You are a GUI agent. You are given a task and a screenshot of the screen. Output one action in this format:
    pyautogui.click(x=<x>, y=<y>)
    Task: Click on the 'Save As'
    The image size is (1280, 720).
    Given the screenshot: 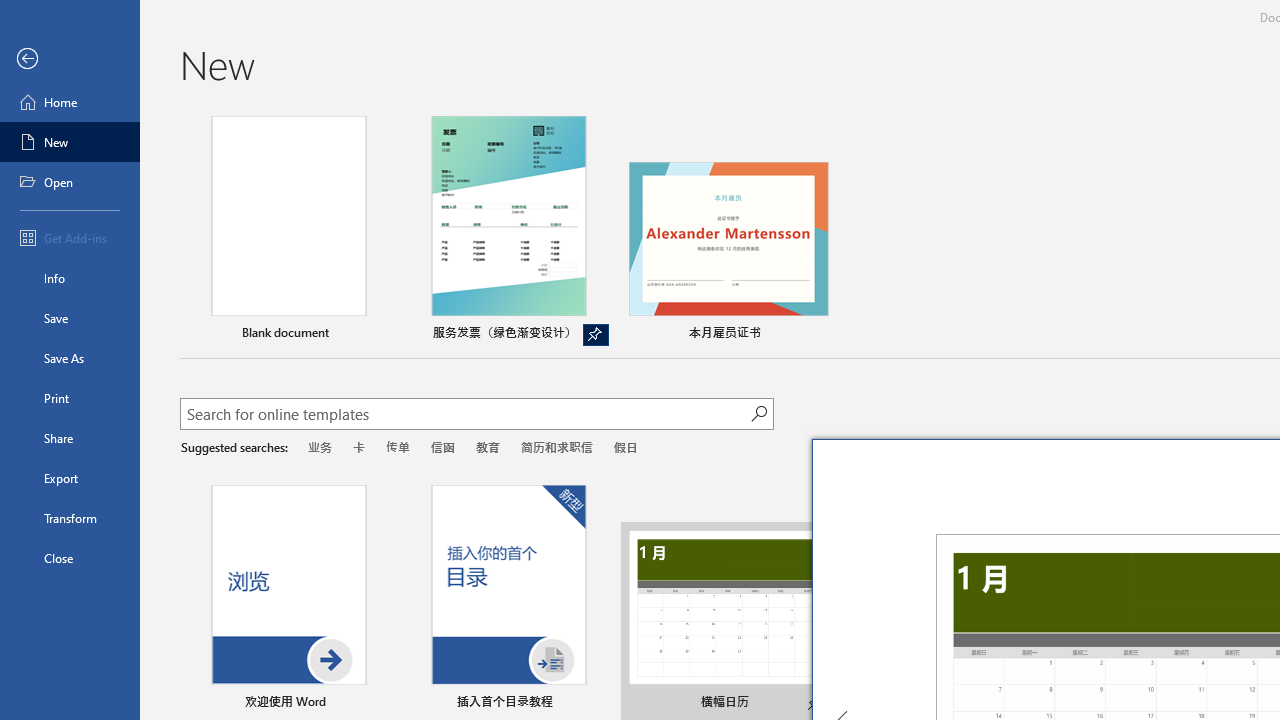 What is the action you would take?
    pyautogui.click(x=69, y=356)
    